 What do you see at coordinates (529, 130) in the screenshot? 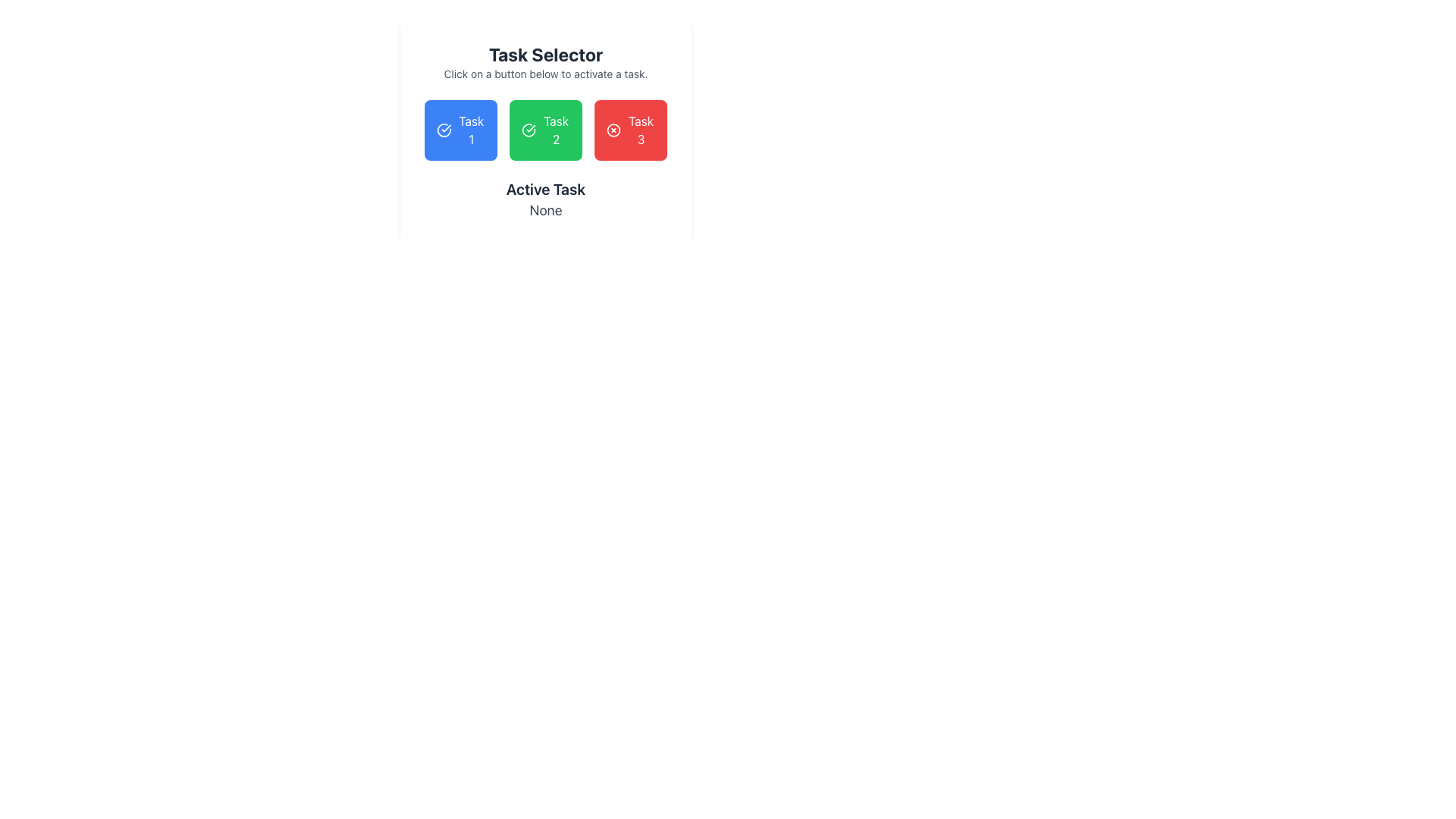
I see `the green circular icon with a checkmark inside, located next to the text 'Task 2'` at bounding box center [529, 130].